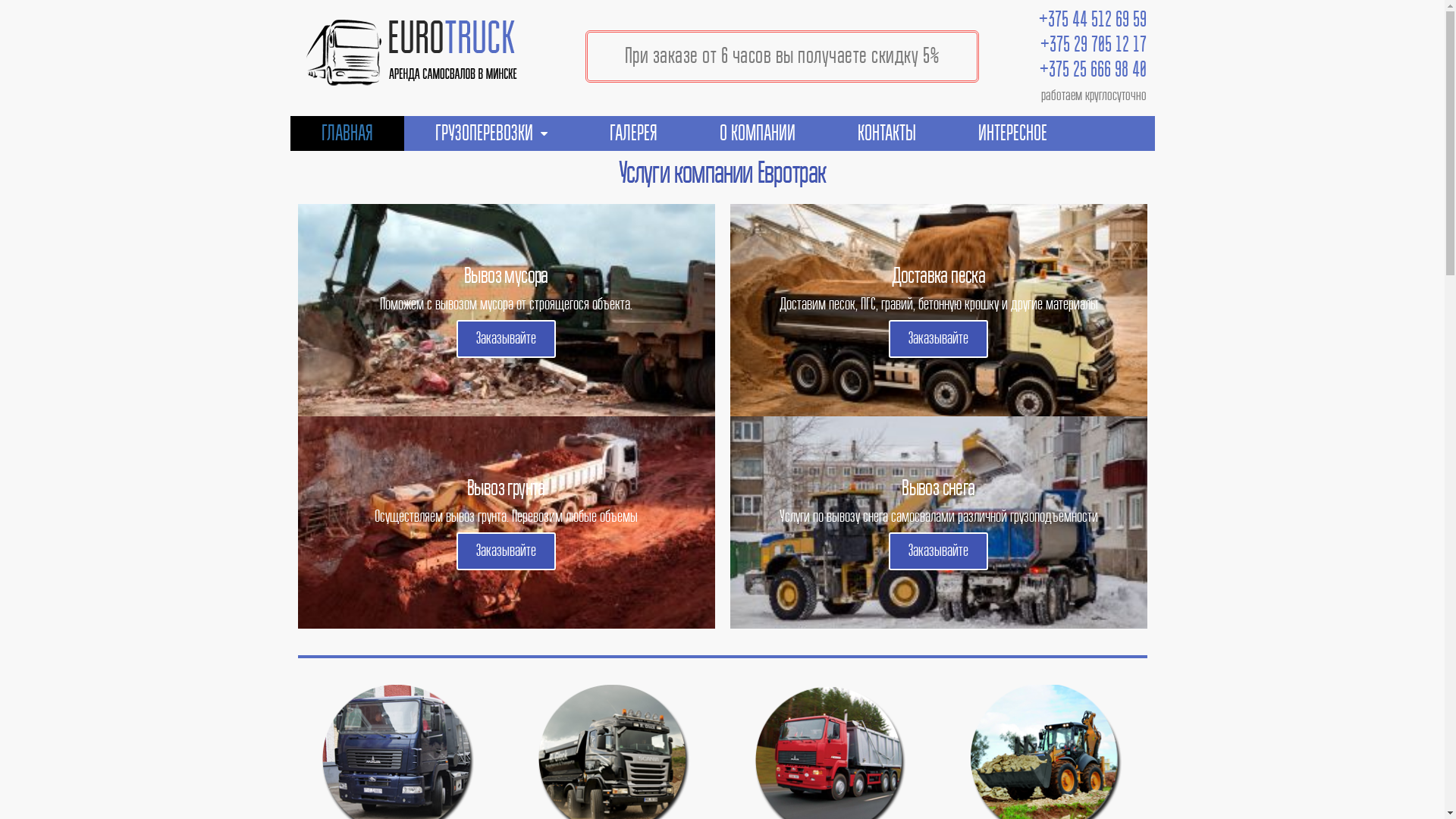 The height and width of the screenshot is (819, 1456). I want to click on '+375 25 666 98 40', so click(1093, 70).